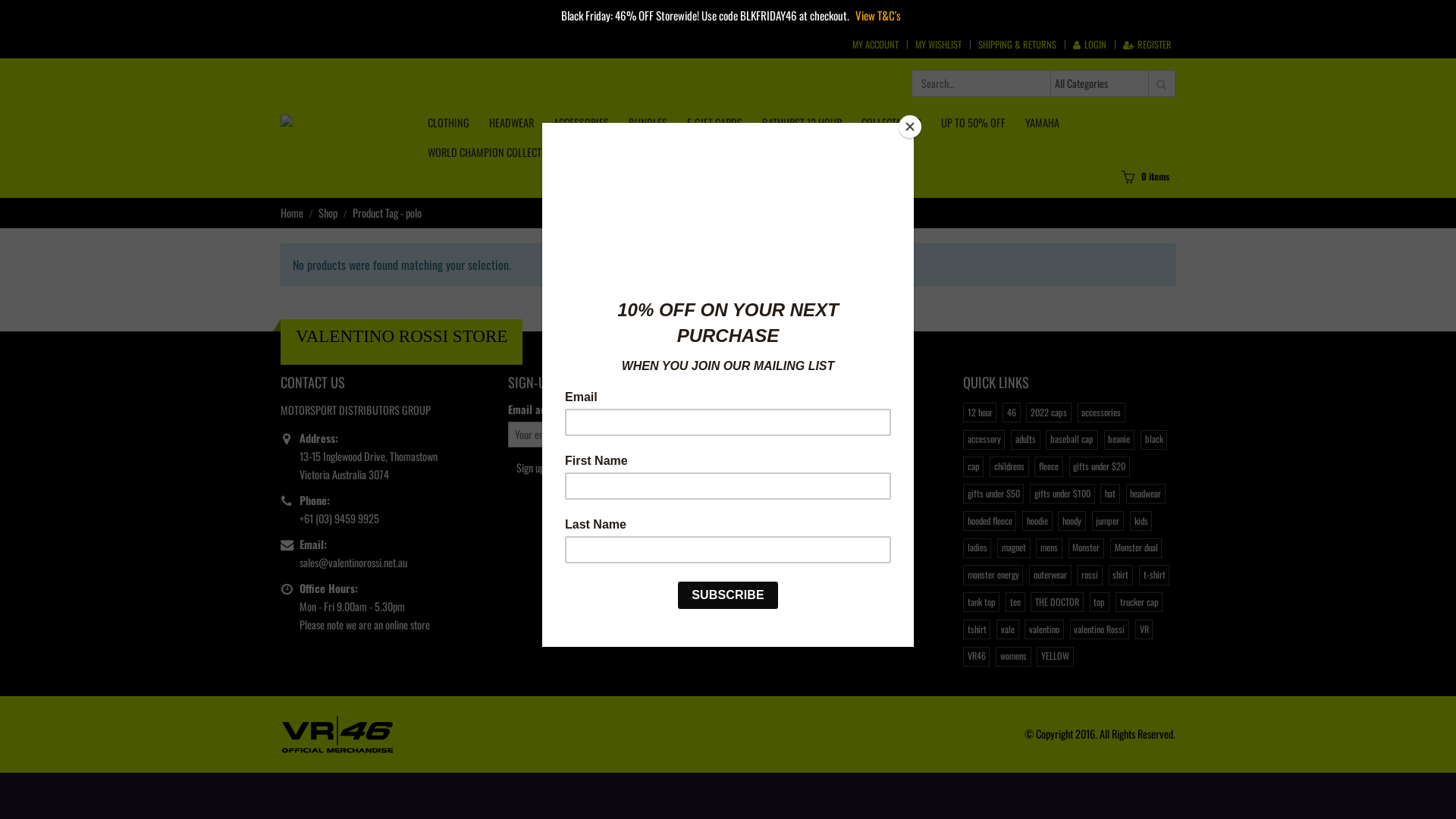  What do you see at coordinates (1147, 43) in the screenshot?
I see `'REGISTER'` at bounding box center [1147, 43].